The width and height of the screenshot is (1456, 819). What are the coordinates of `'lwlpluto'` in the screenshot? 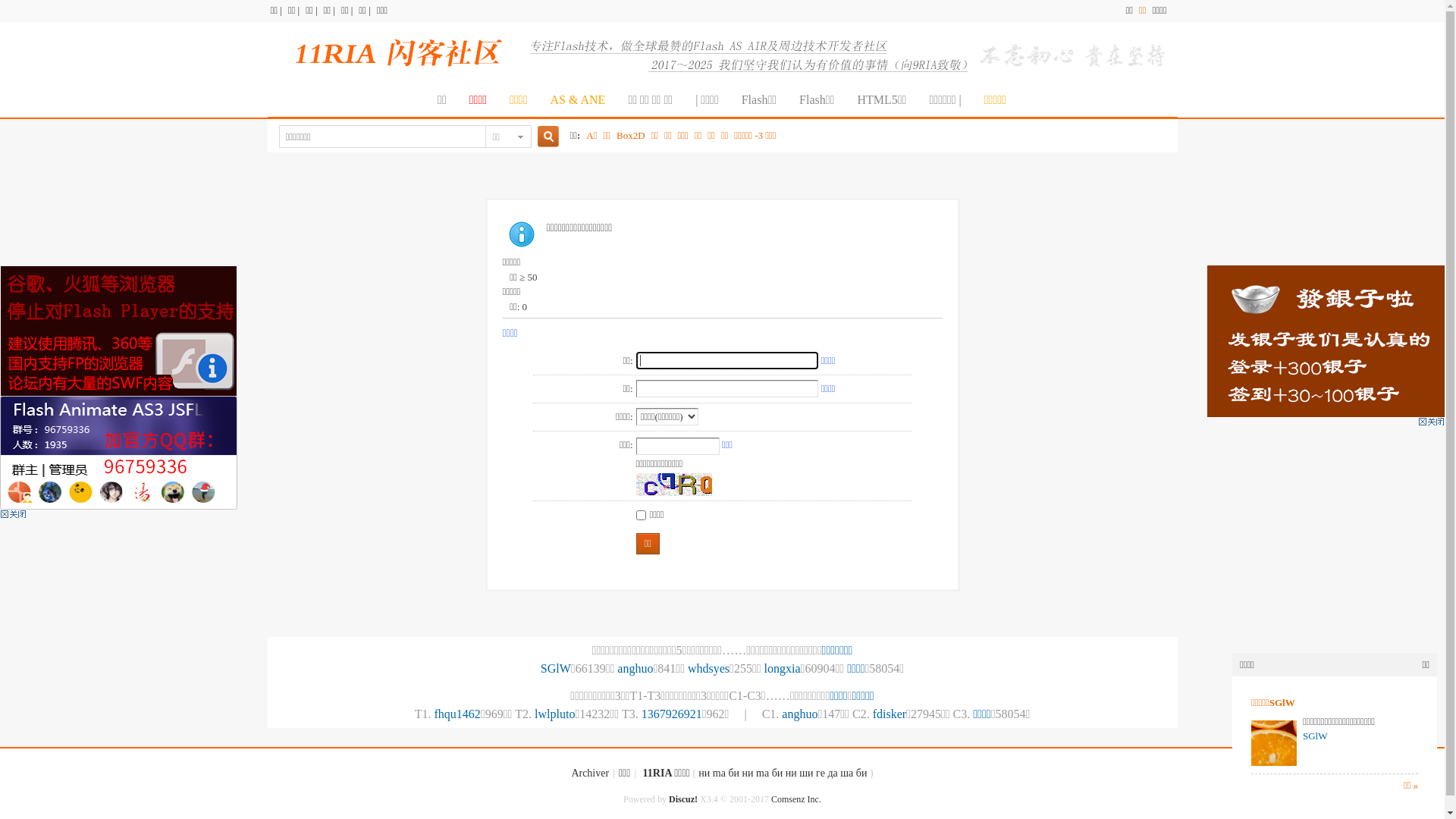 It's located at (554, 714).